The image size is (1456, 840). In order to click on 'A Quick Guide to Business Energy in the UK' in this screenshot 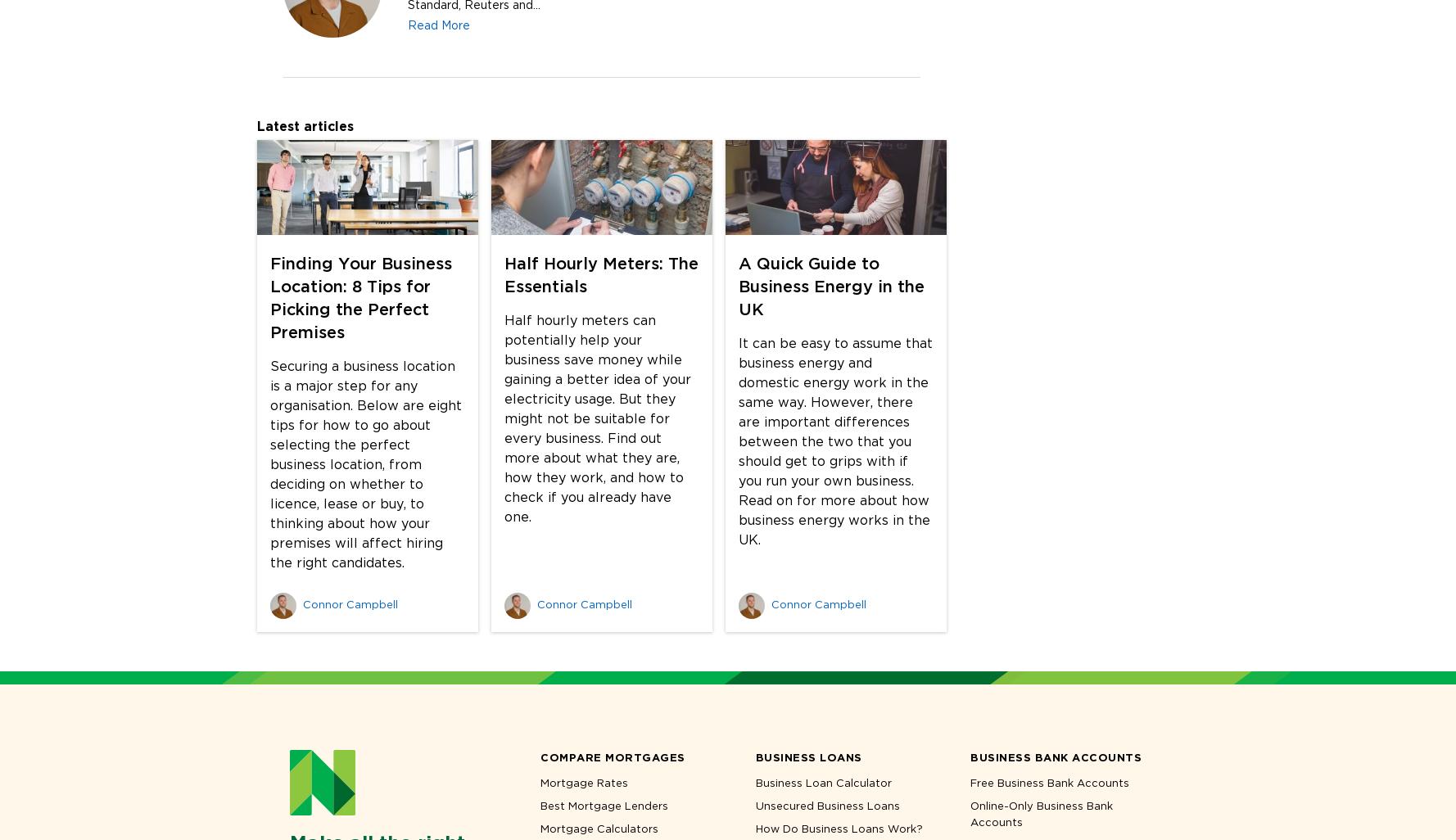, I will do `click(738, 286)`.